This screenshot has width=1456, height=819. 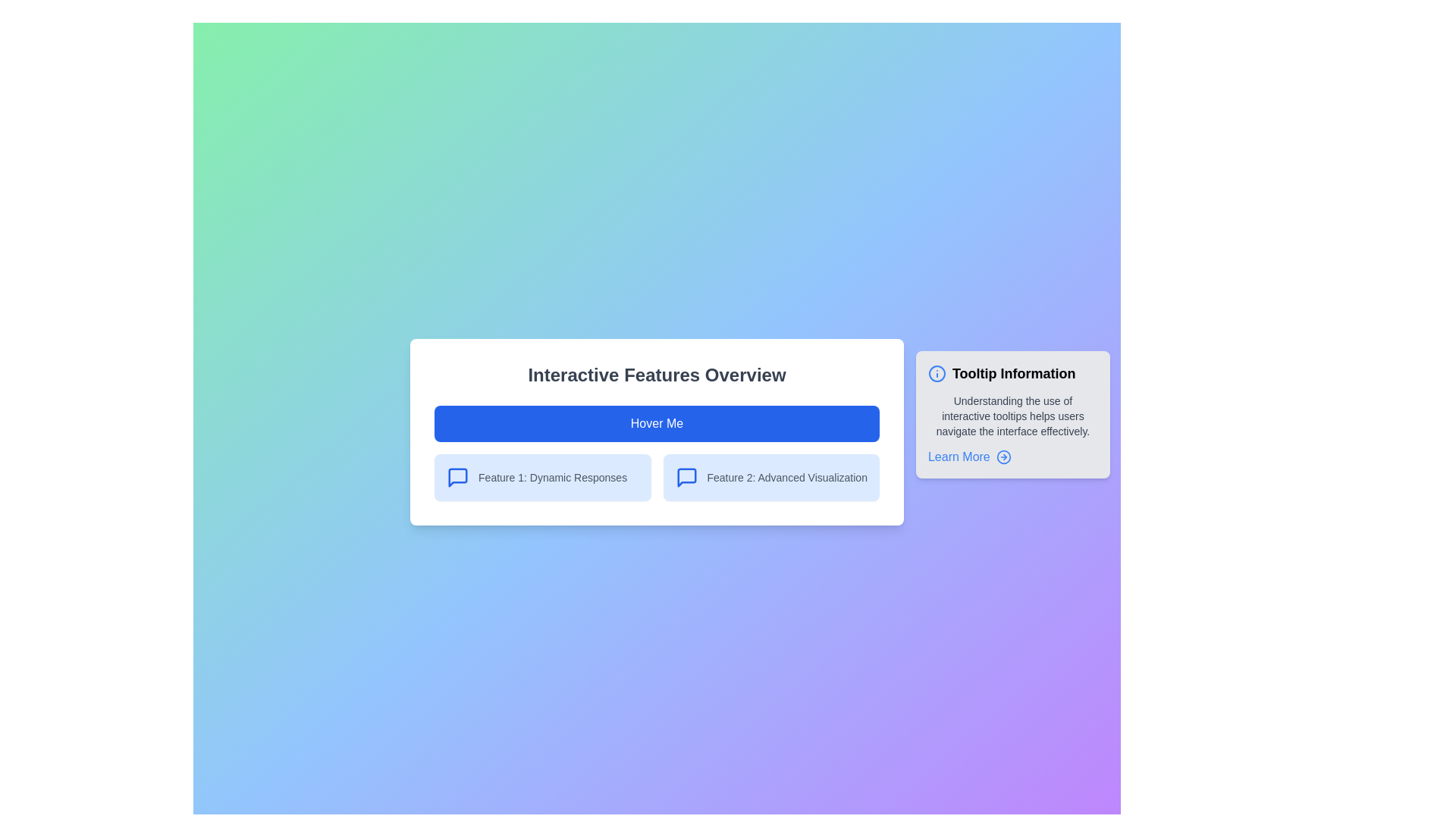 What do you see at coordinates (657, 452) in the screenshot?
I see `the 'Hover Me' button` at bounding box center [657, 452].